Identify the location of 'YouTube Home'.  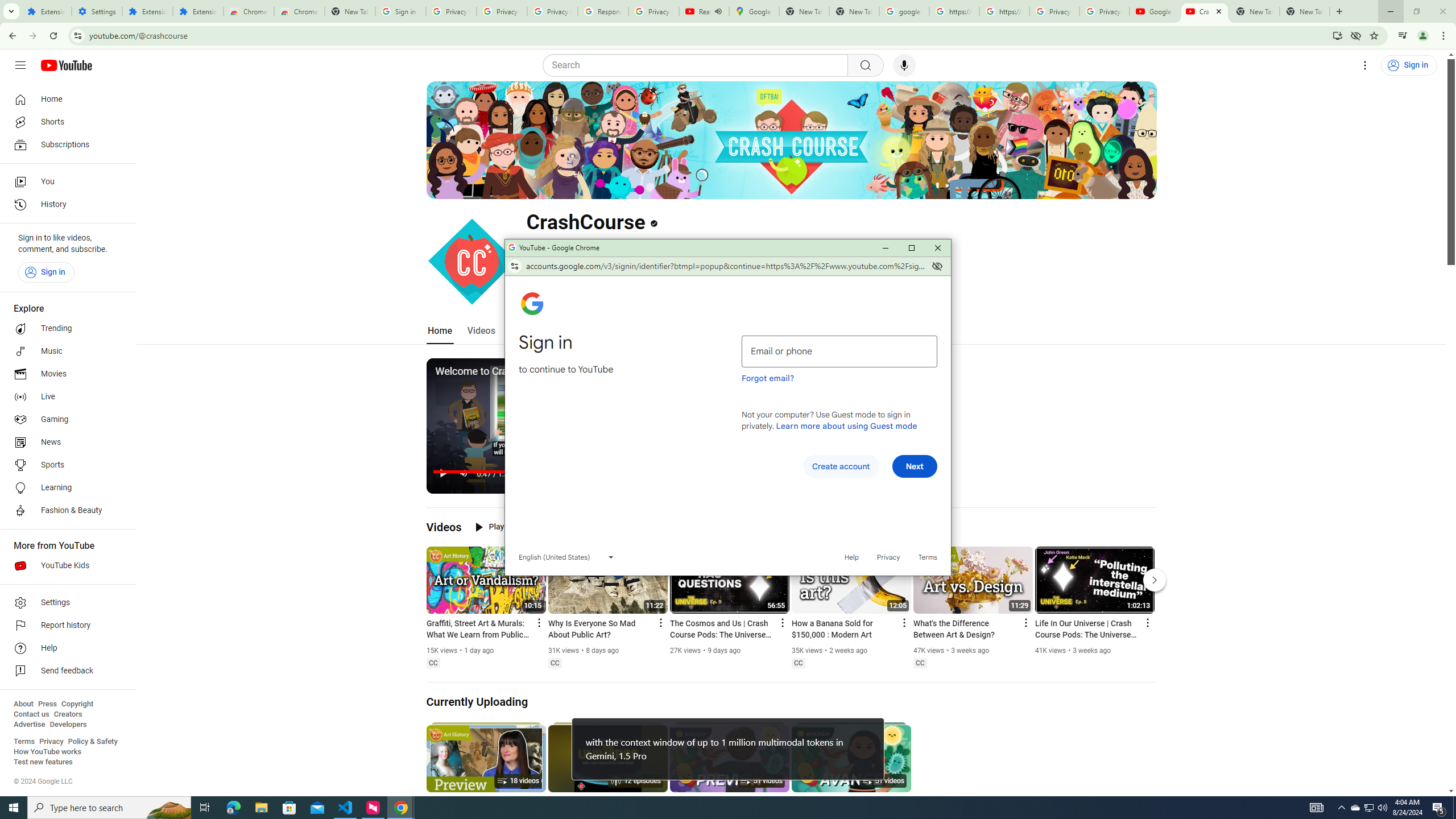
(65, 65).